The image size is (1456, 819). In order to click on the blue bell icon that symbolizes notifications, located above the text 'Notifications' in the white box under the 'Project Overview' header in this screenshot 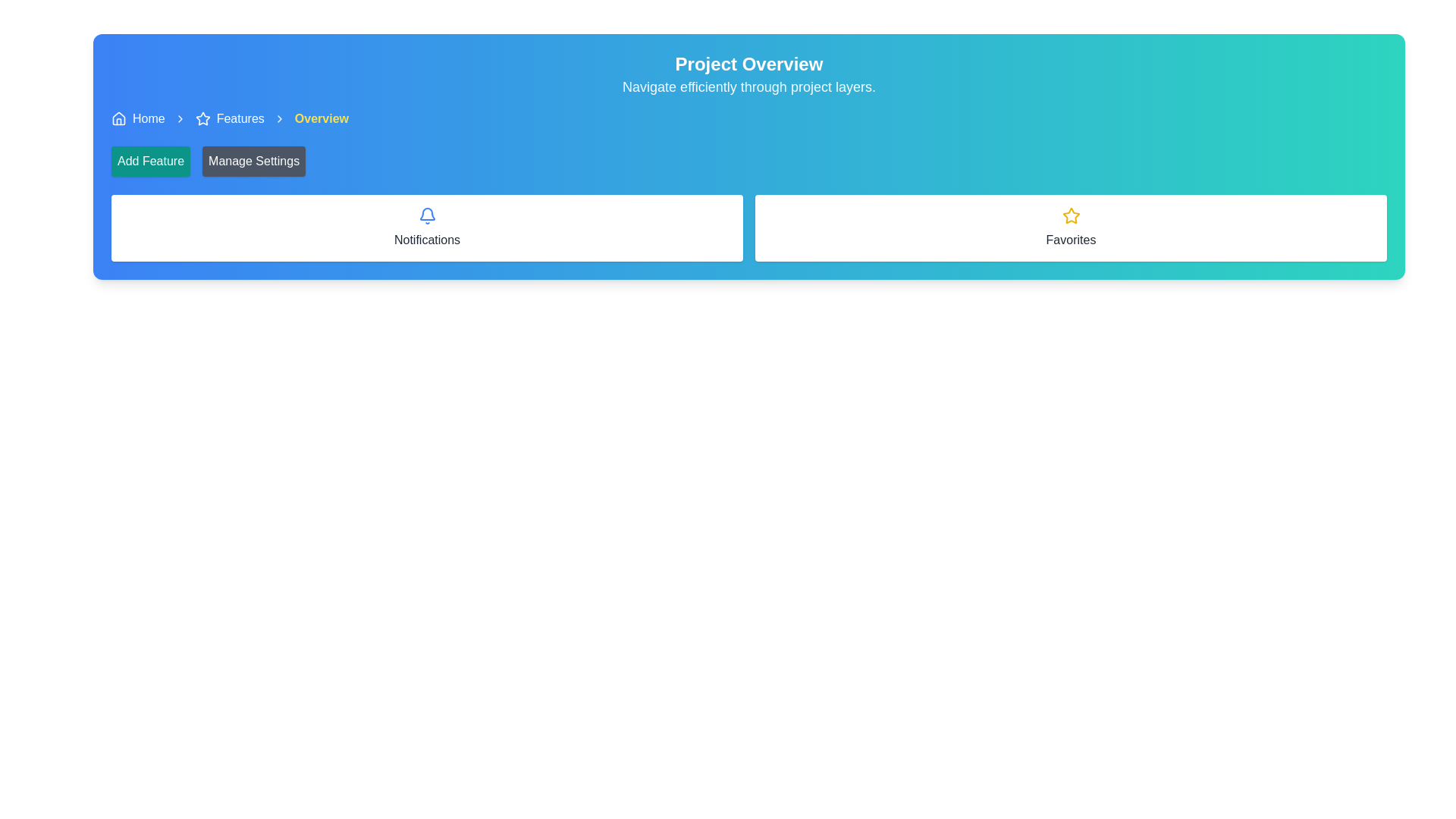, I will do `click(426, 216)`.